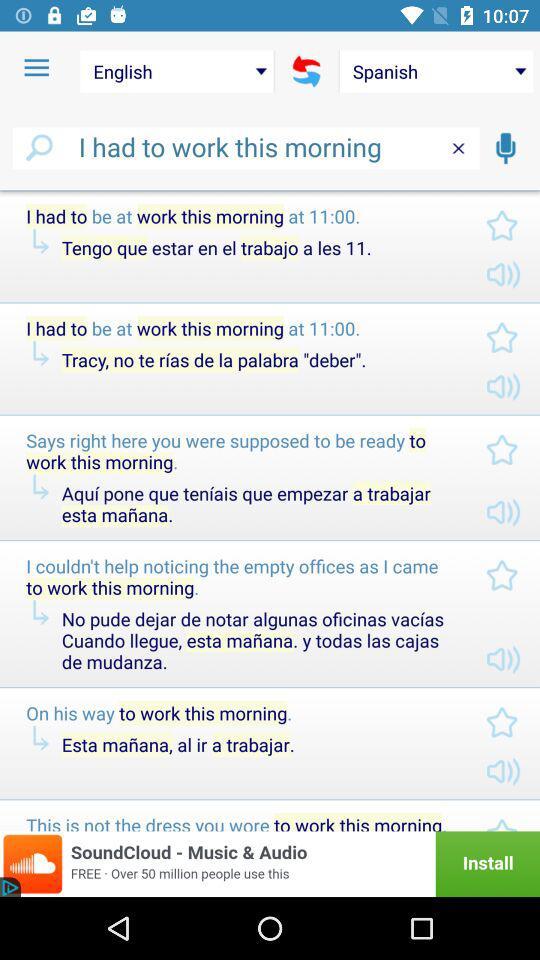 This screenshot has height=960, width=540. Describe the element at coordinates (177, 71) in the screenshot. I see `the icon above i had to item` at that location.